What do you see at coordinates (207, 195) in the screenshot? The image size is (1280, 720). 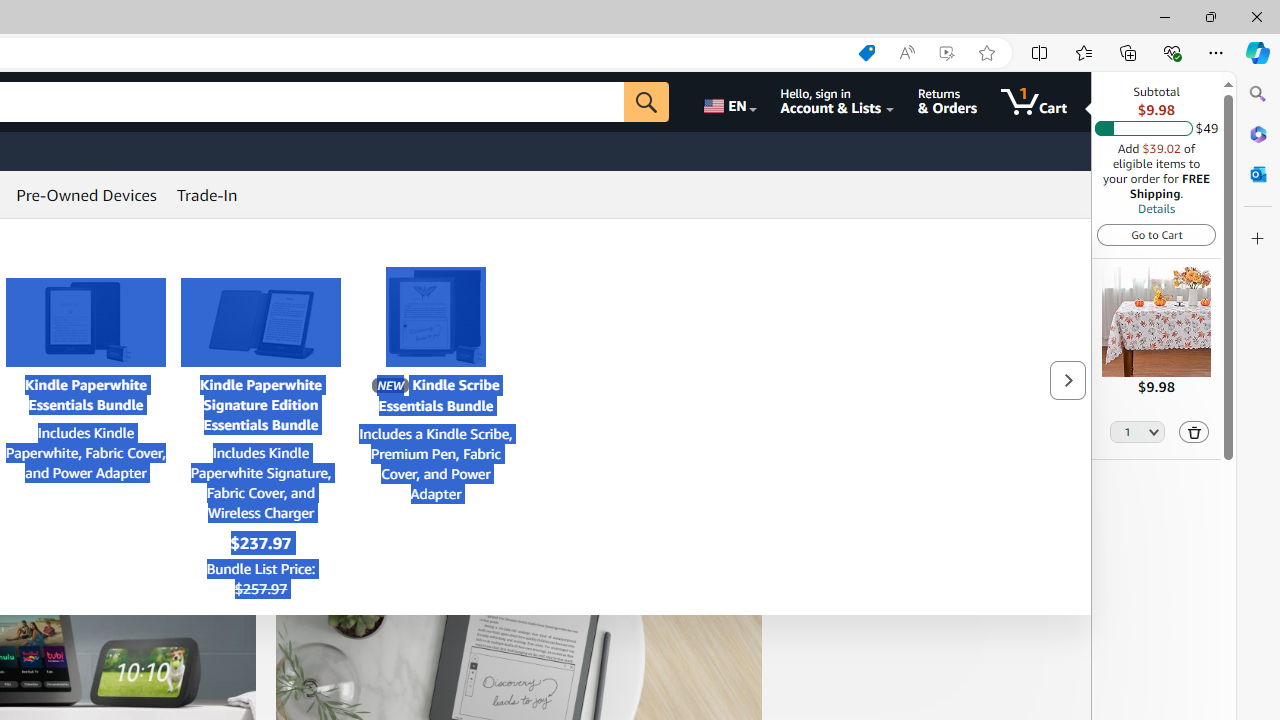 I see `'Trade-In'` at bounding box center [207, 195].